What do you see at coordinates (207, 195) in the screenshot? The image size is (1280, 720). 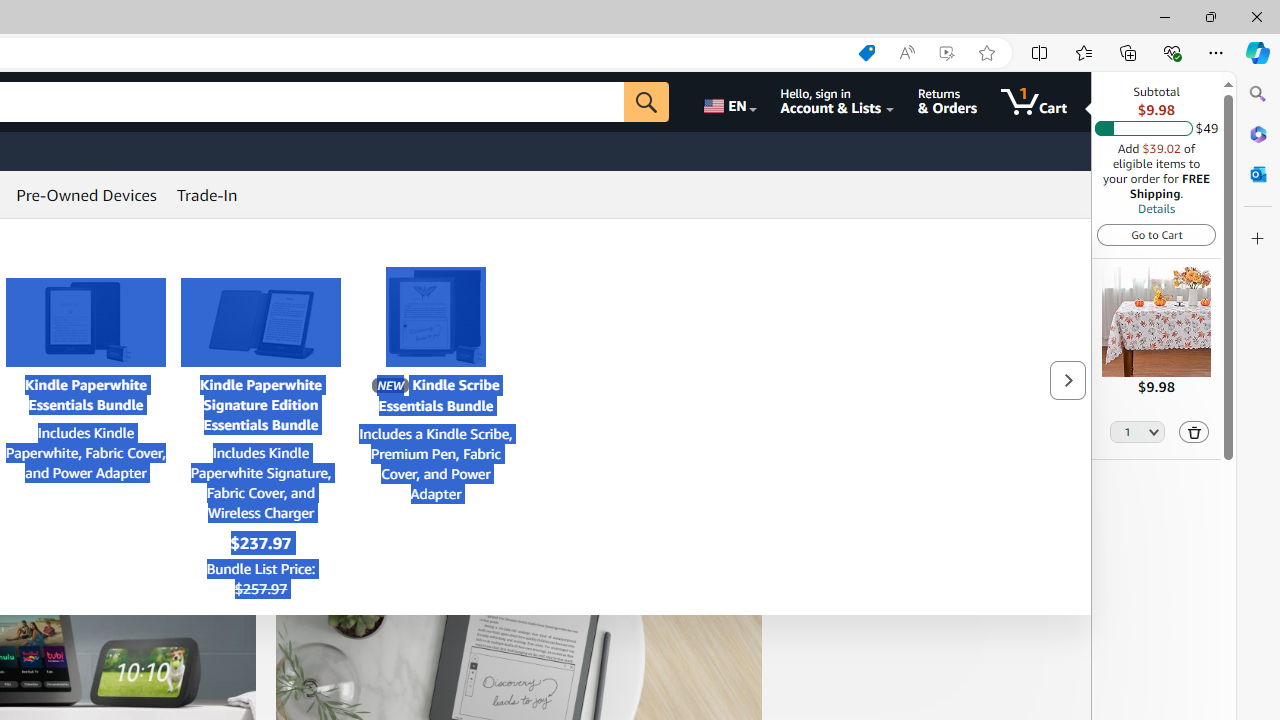 I see `'Trade-In'` at bounding box center [207, 195].